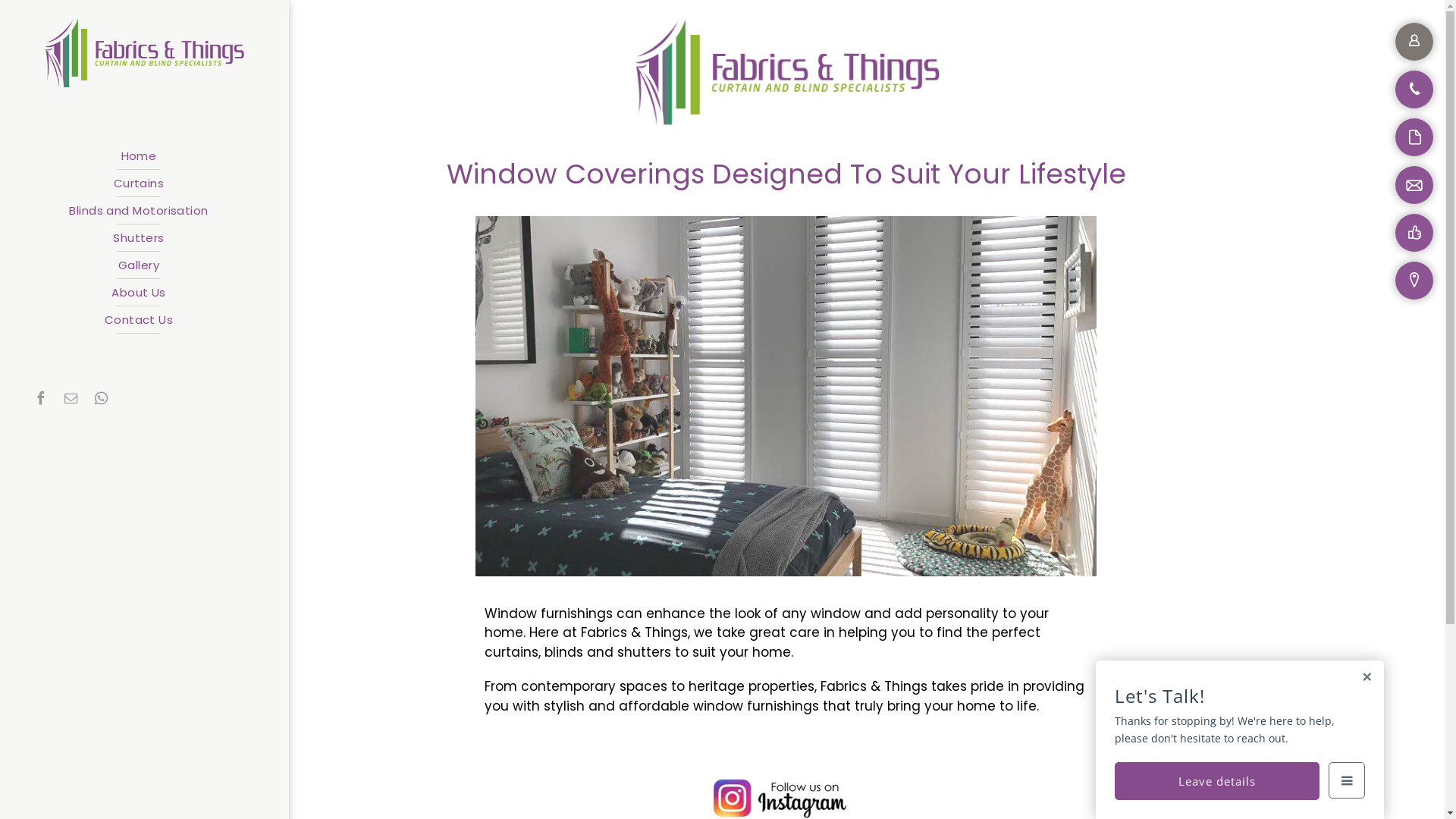 This screenshot has height=819, width=1456. I want to click on 'Blinds and Motorisation', so click(138, 210).